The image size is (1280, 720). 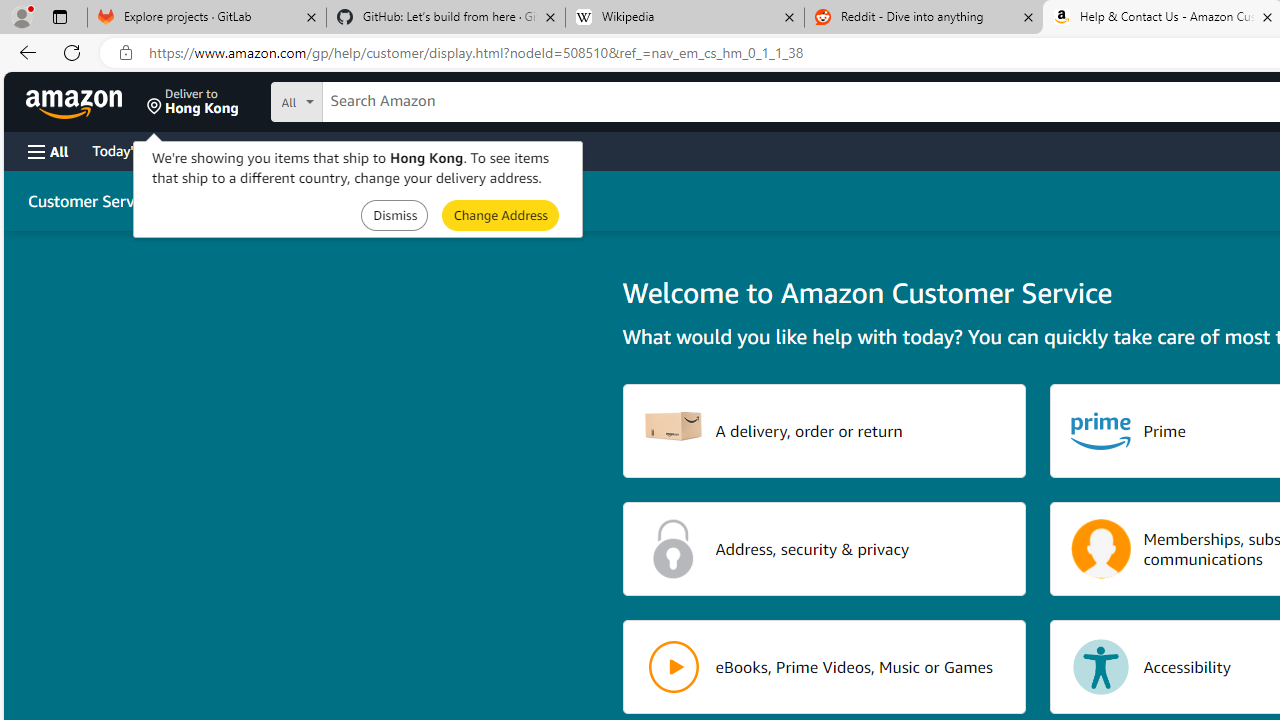 What do you see at coordinates (76, 101) in the screenshot?
I see `'Amazon'` at bounding box center [76, 101].